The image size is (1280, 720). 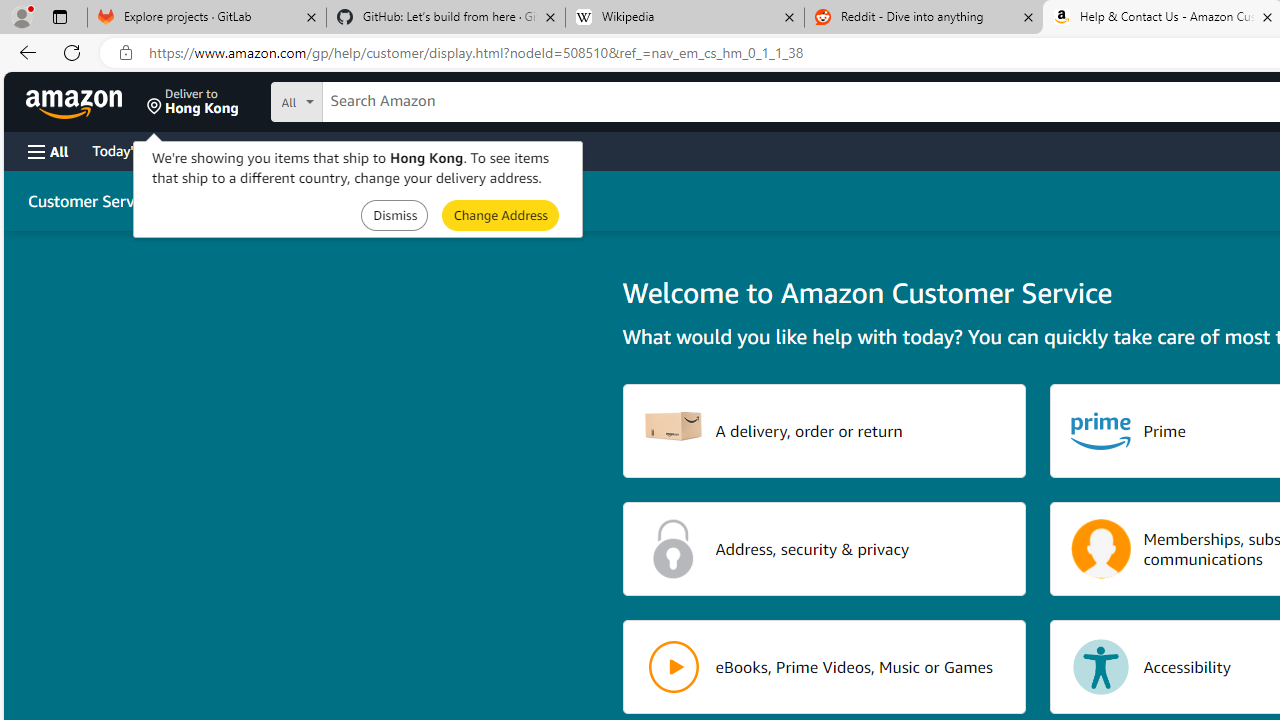 What do you see at coordinates (76, 101) in the screenshot?
I see `'Amazon'` at bounding box center [76, 101].